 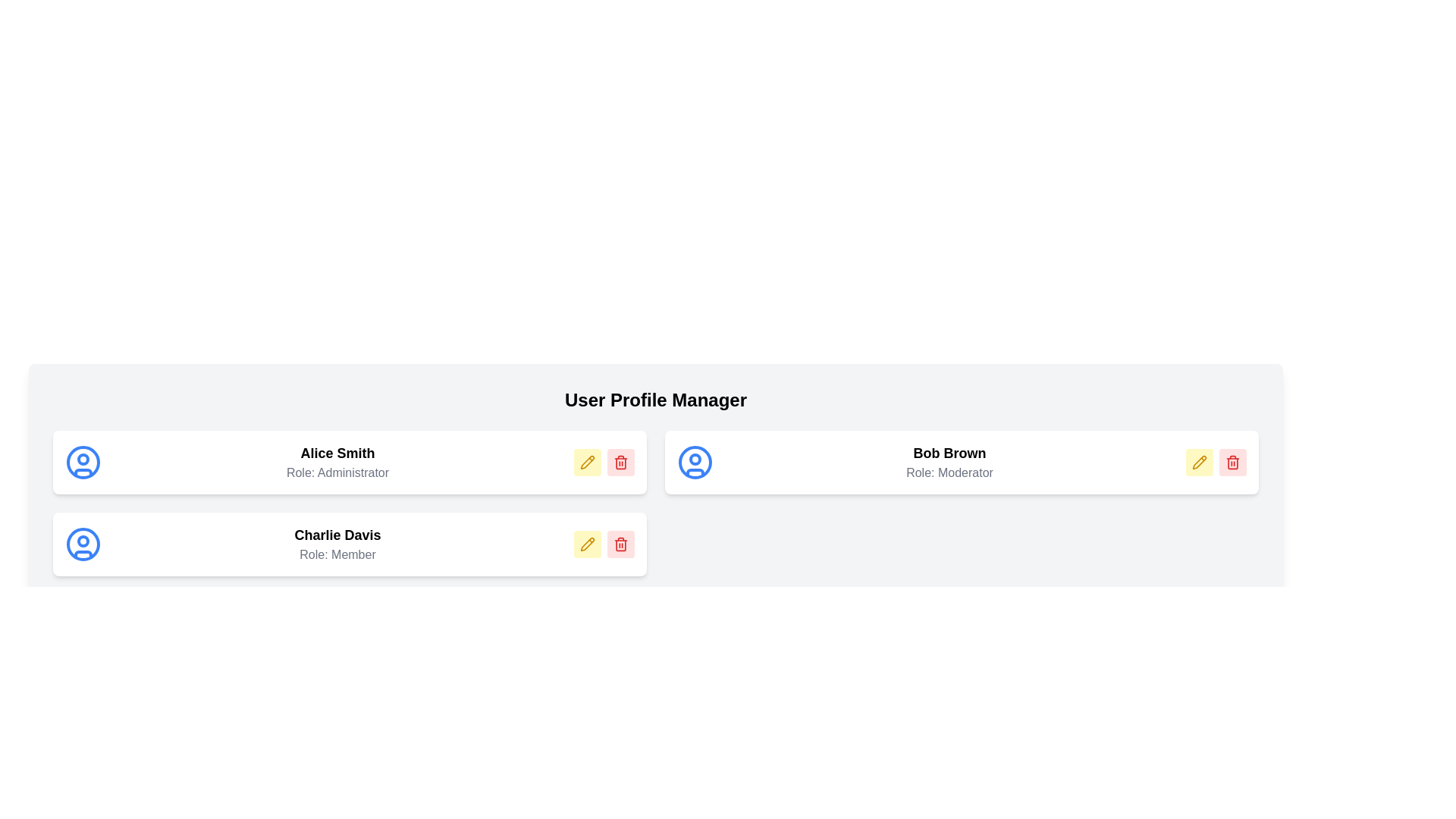 What do you see at coordinates (586, 543) in the screenshot?
I see `the small rectangular button with rounded corners, featuring a yellow background and a pencil icon` at bounding box center [586, 543].